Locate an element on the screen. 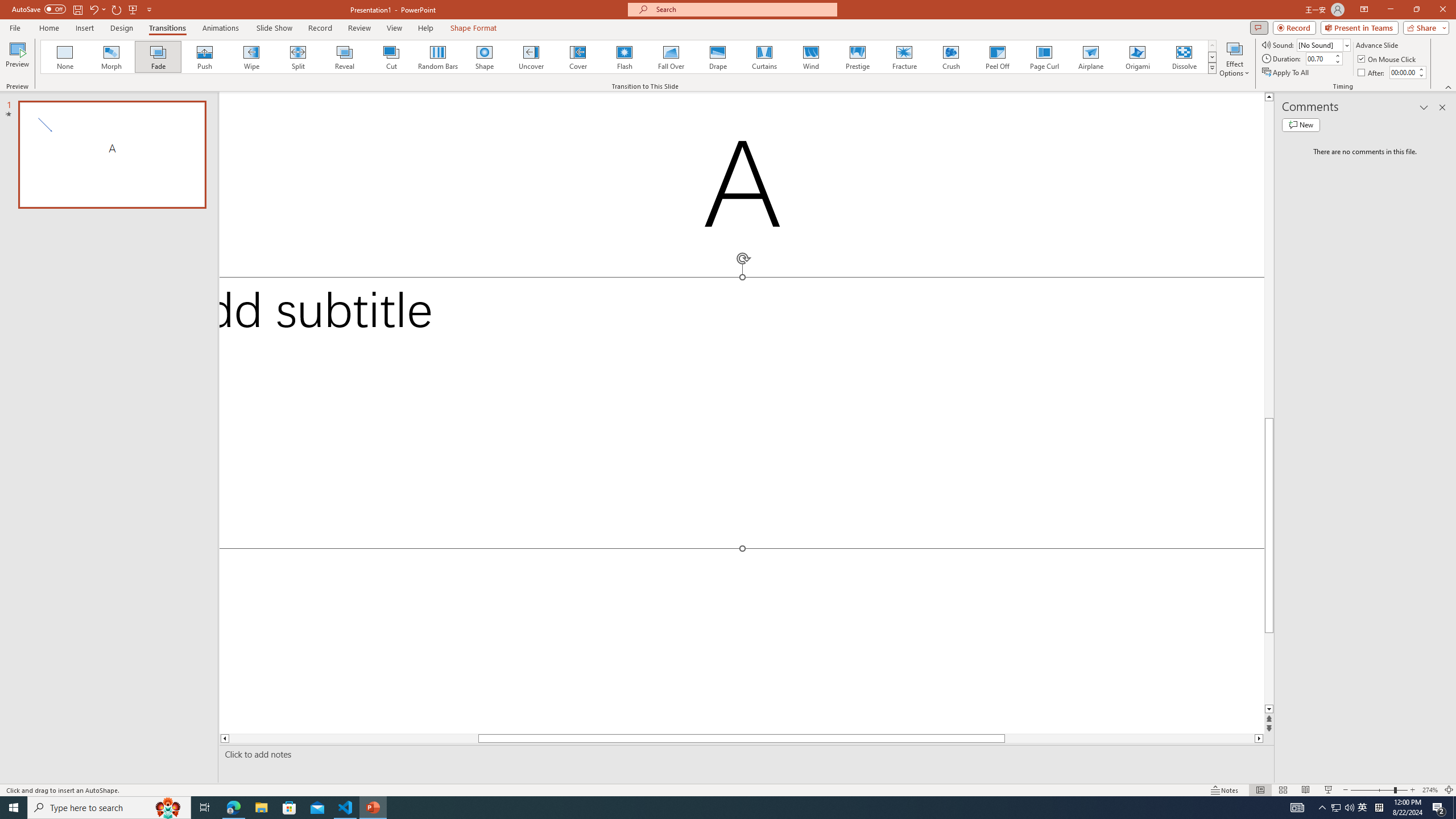  'Apply To All' is located at coordinates (1287, 72).